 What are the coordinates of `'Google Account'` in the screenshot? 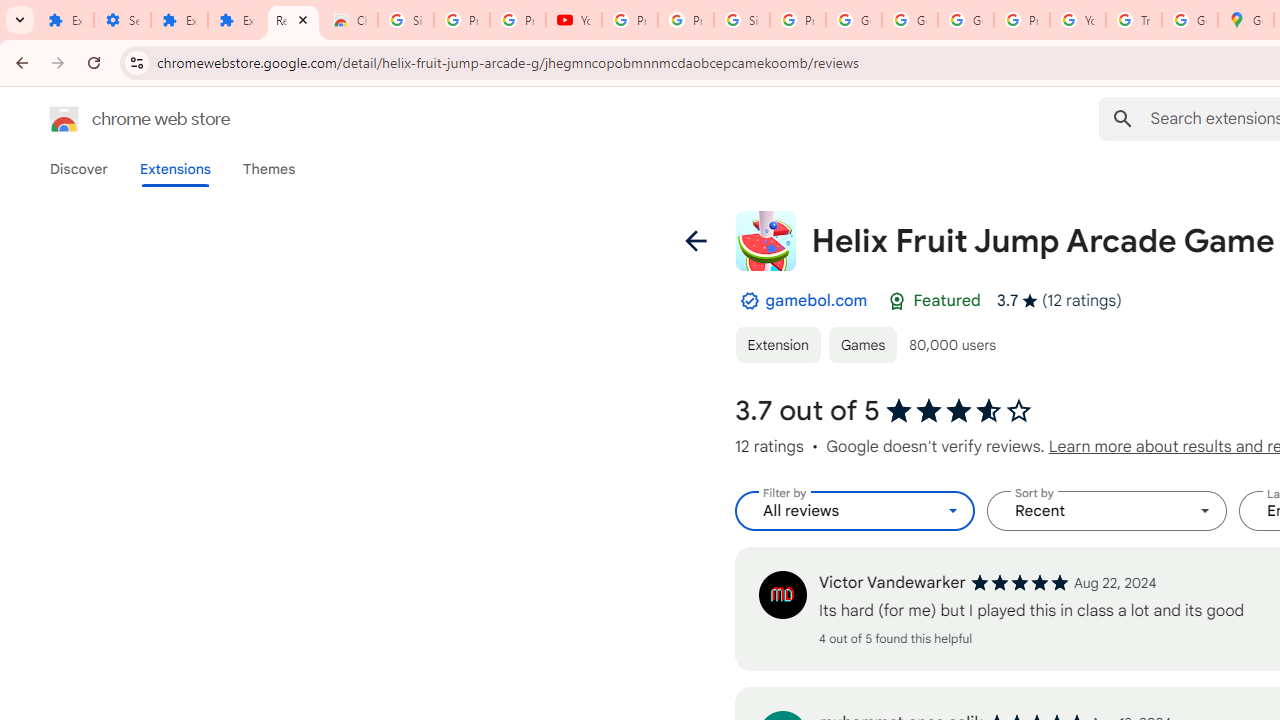 It's located at (853, 20).